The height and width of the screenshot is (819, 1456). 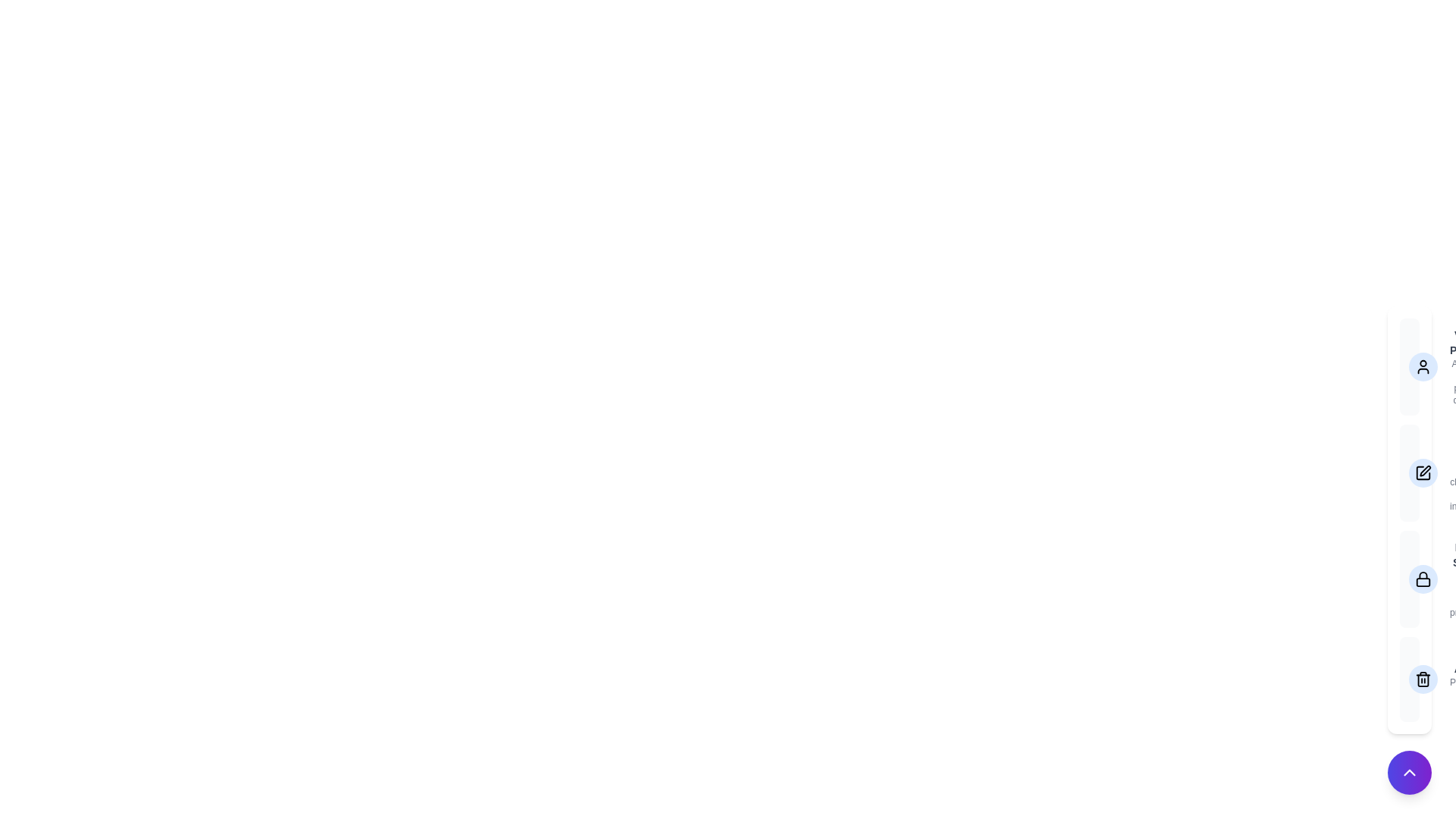 I want to click on the option View Profile to view its details, so click(x=1408, y=366).